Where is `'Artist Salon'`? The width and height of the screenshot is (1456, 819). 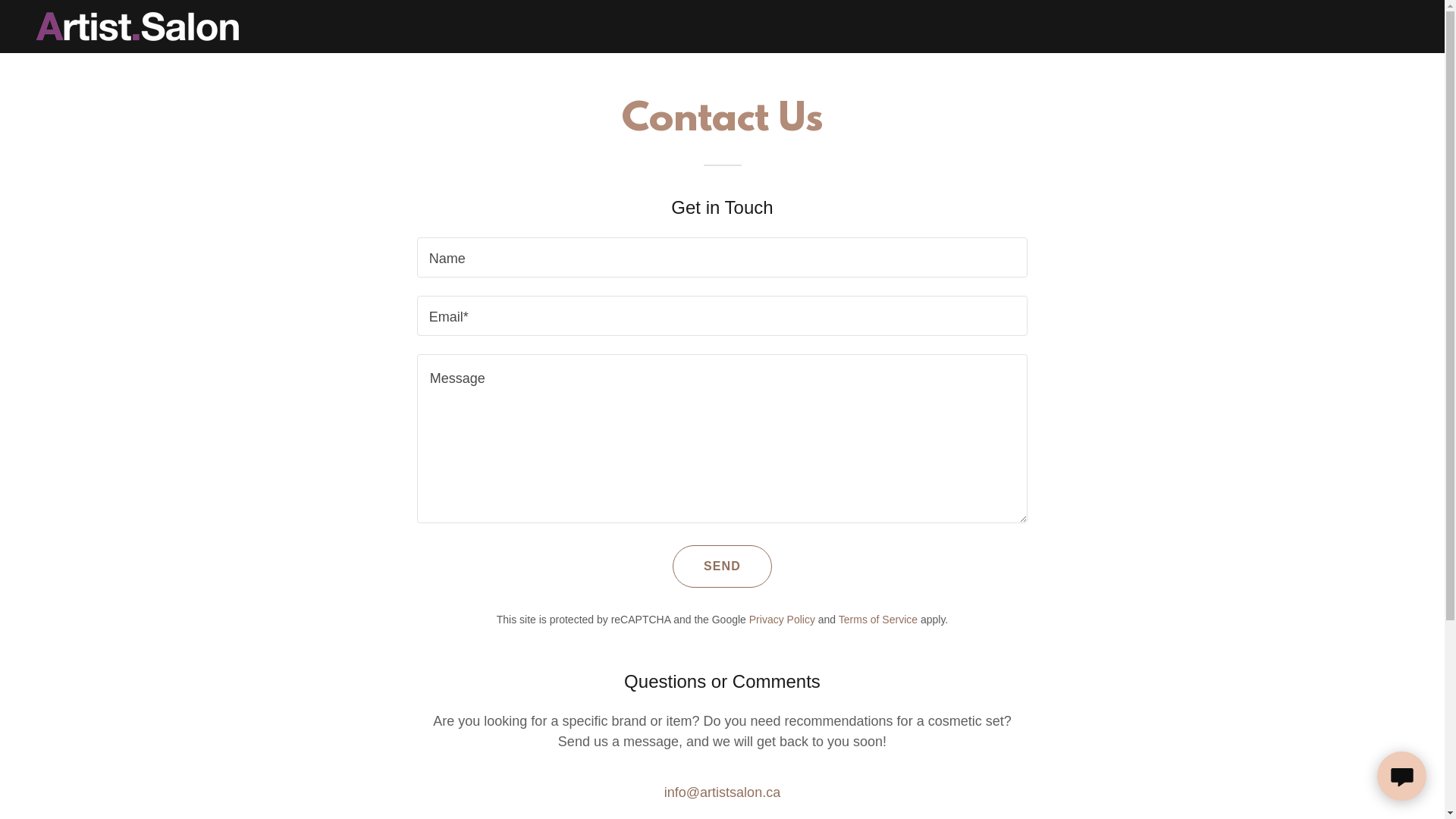 'Artist Salon' is located at coordinates (137, 26).